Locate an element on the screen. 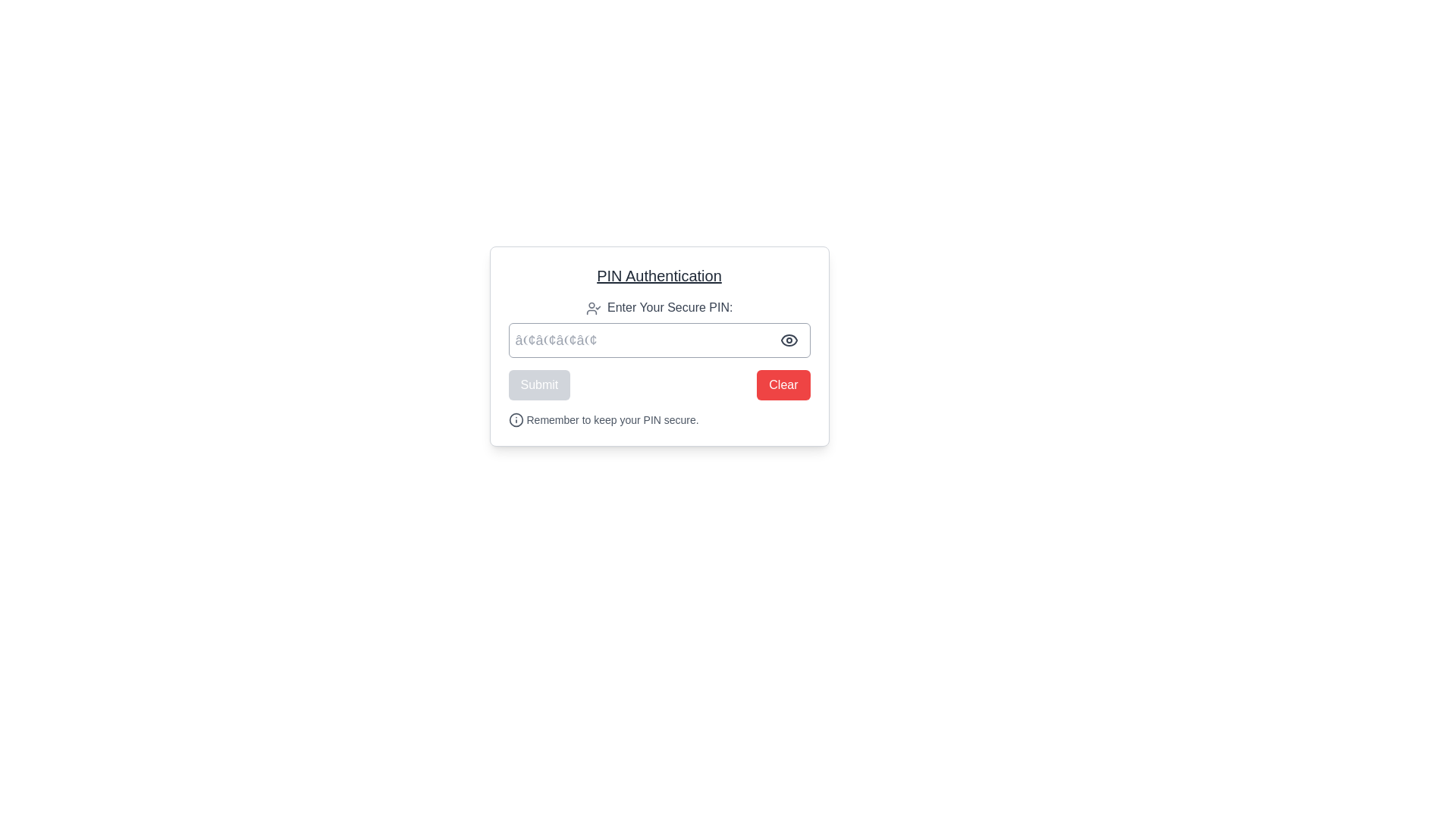 The width and height of the screenshot is (1456, 819). the static informational text reminding the user to maintain the security of their PIN, located at the bottom of the PIN authentication section, below the 'Submit' and 'Clear' buttons is located at coordinates (659, 420).